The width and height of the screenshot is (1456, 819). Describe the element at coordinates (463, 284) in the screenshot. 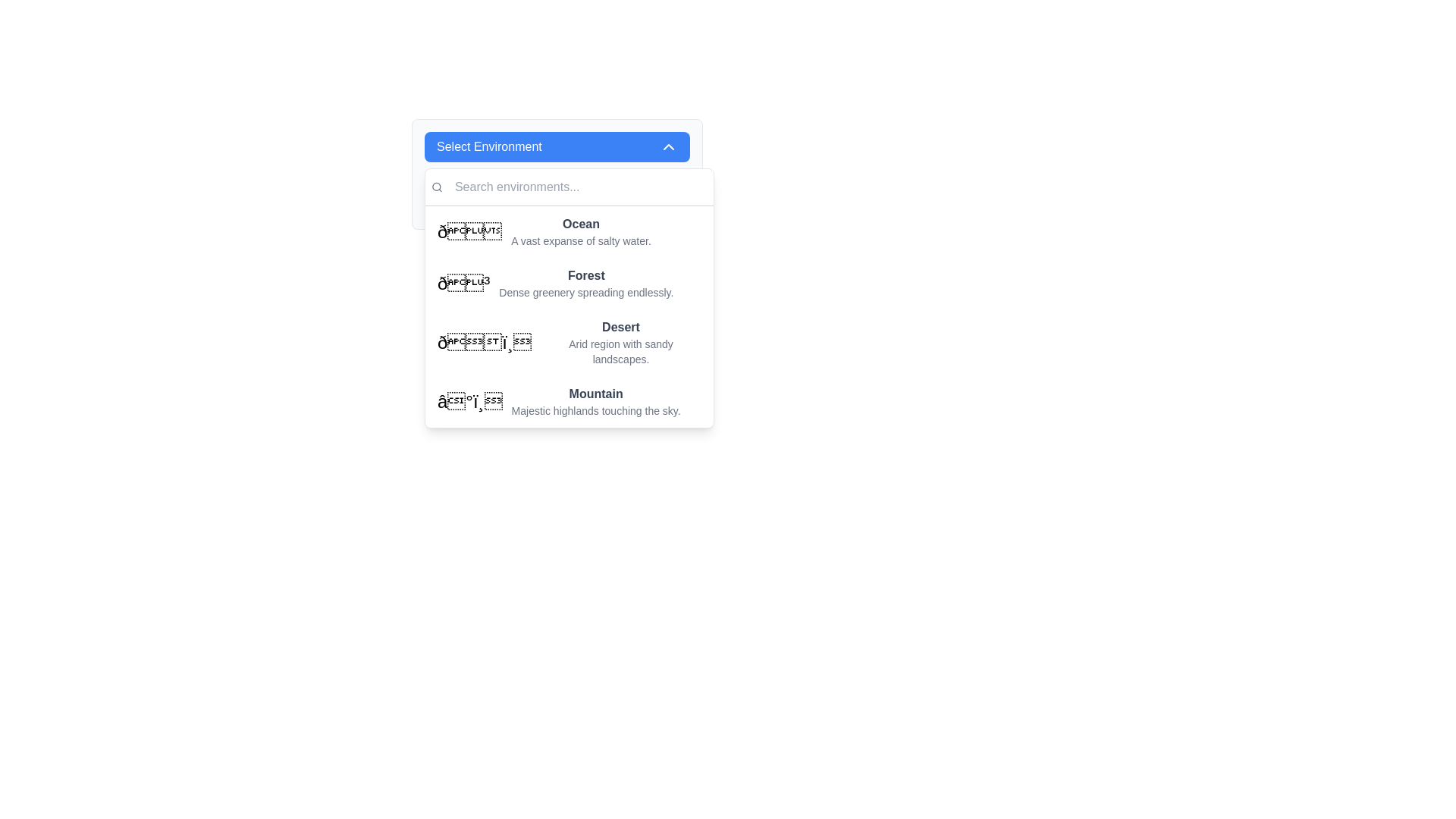

I see `the visual marker icon for the 'Forest' dropdown option, which is positioned to the left of the text 'Forest'` at that location.